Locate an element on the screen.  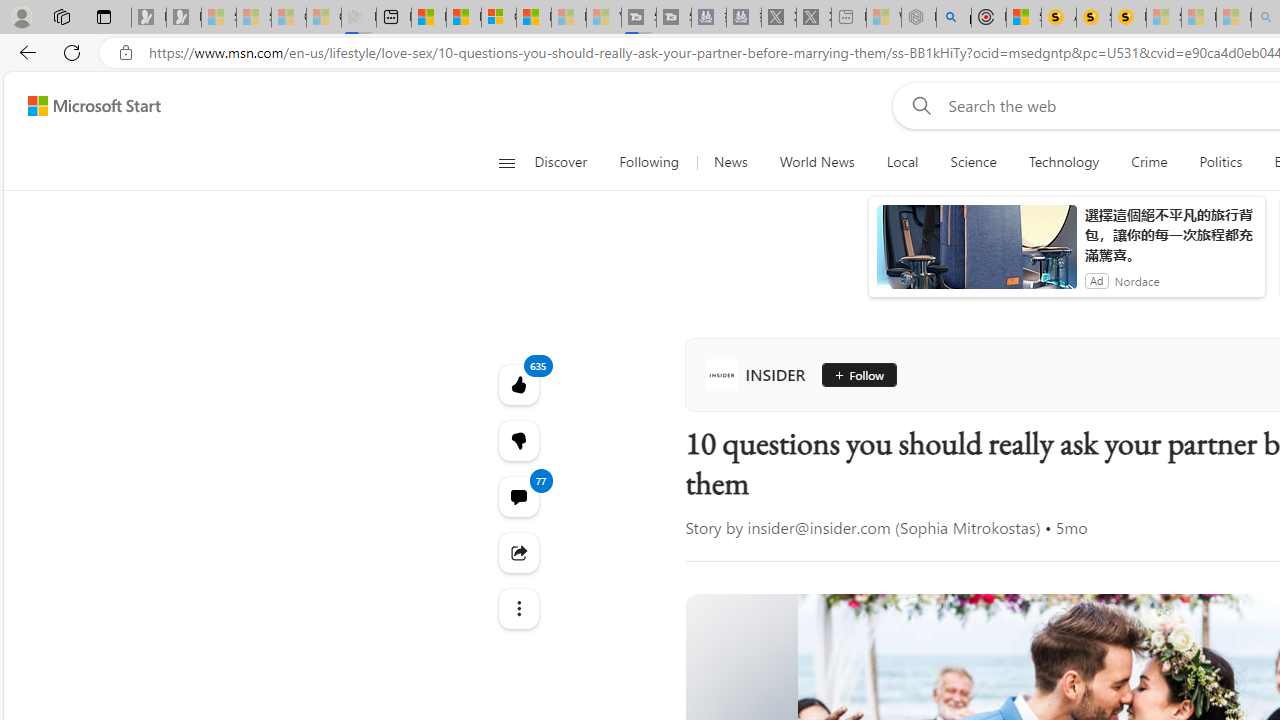
'Wildlife - MSN - Sleeping' is located at coordinates (882, 17).